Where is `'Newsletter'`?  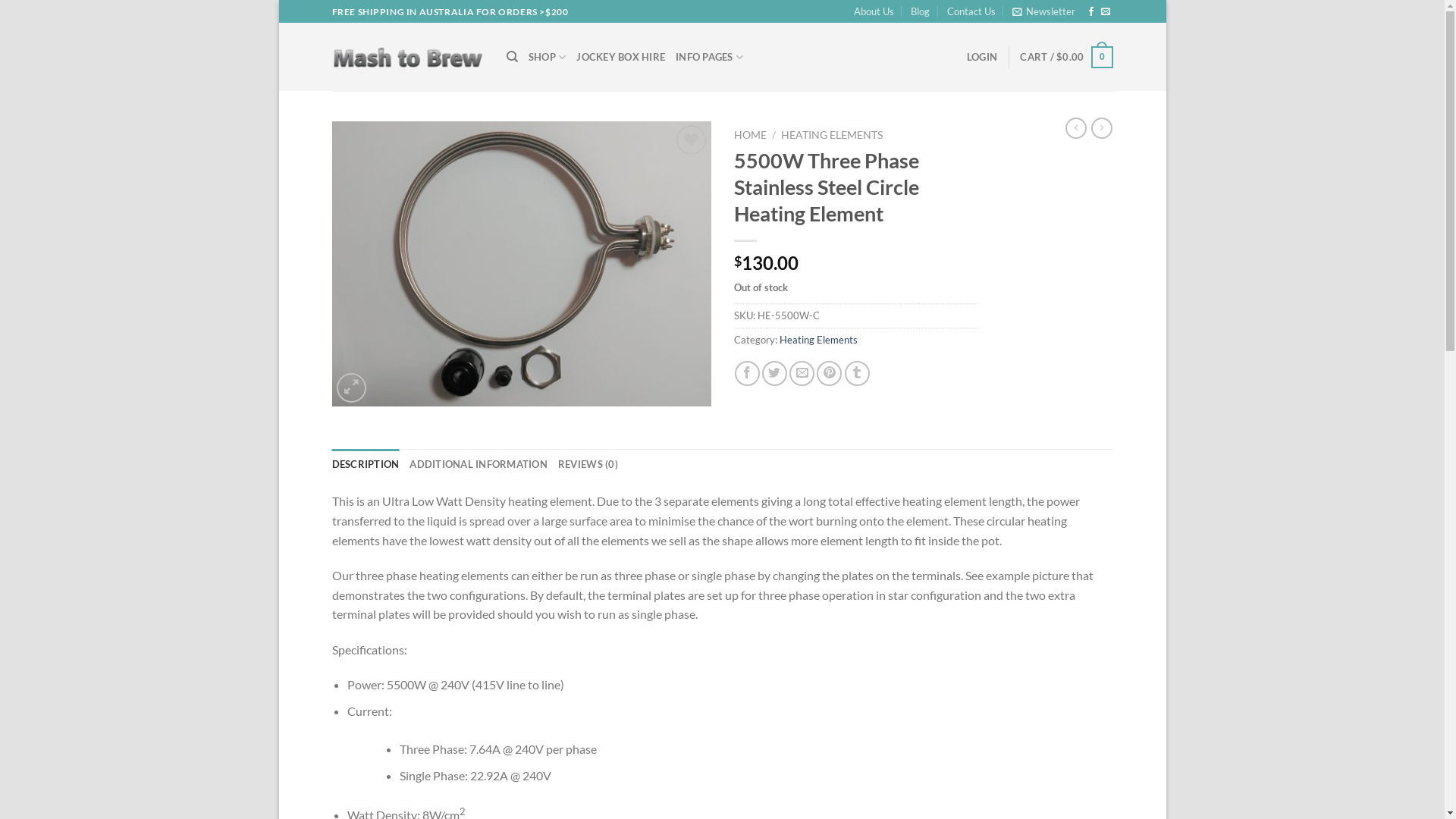
'Newsletter' is located at coordinates (1043, 11).